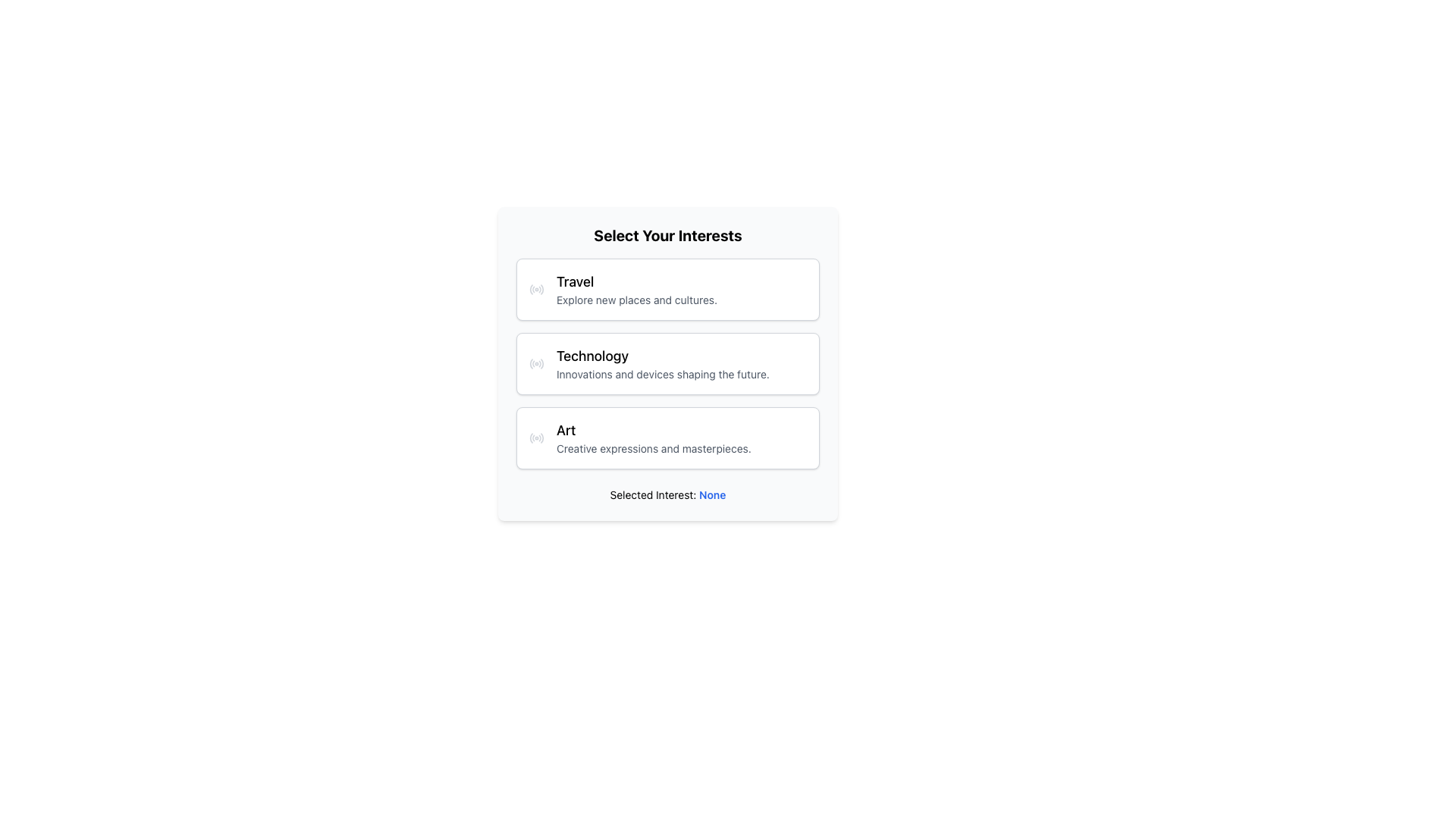 This screenshot has height=819, width=1456. Describe the element at coordinates (654, 447) in the screenshot. I see `the text label providing additional information about the 'Art' category located below the heading 'Art' in the 'Select Your Interests' list` at that location.